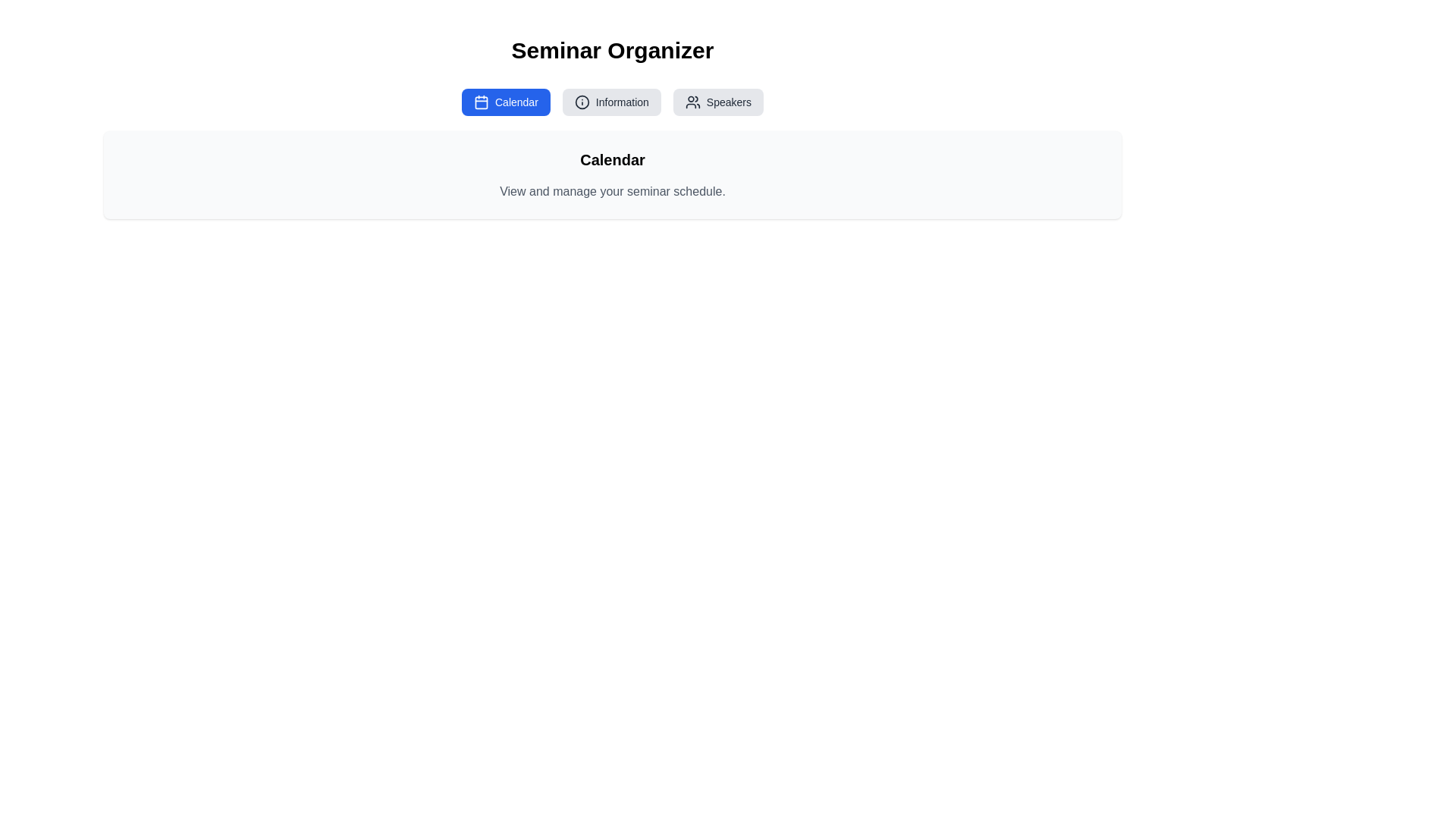 Image resolution: width=1456 pixels, height=819 pixels. I want to click on the Speakers tab, so click(717, 102).